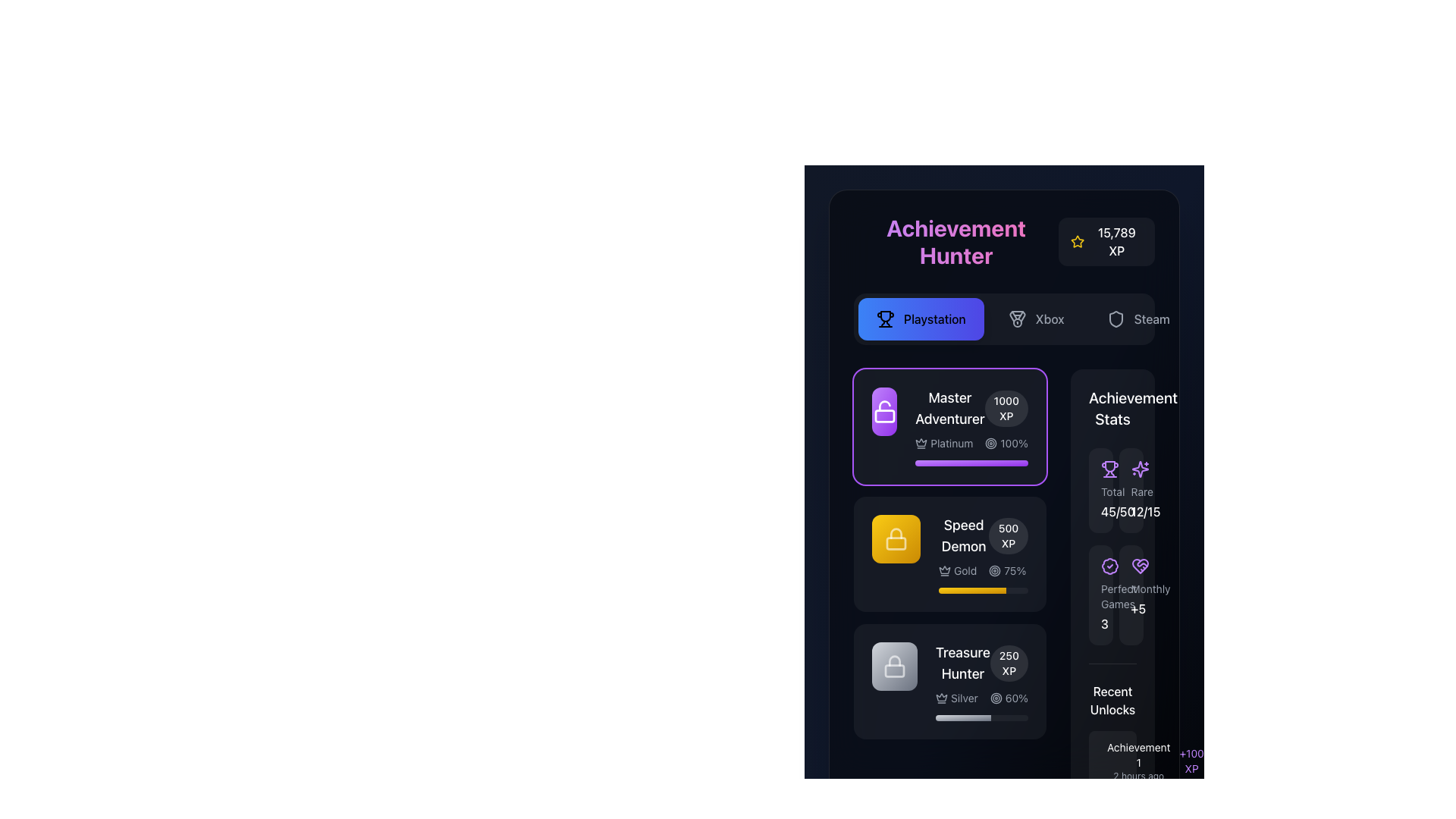 This screenshot has height=819, width=1456. I want to click on the star icon with a hollow yellow outline located in the top-right portion of the XP display panel, which precedes the text '15,789 XP', so click(1077, 241).